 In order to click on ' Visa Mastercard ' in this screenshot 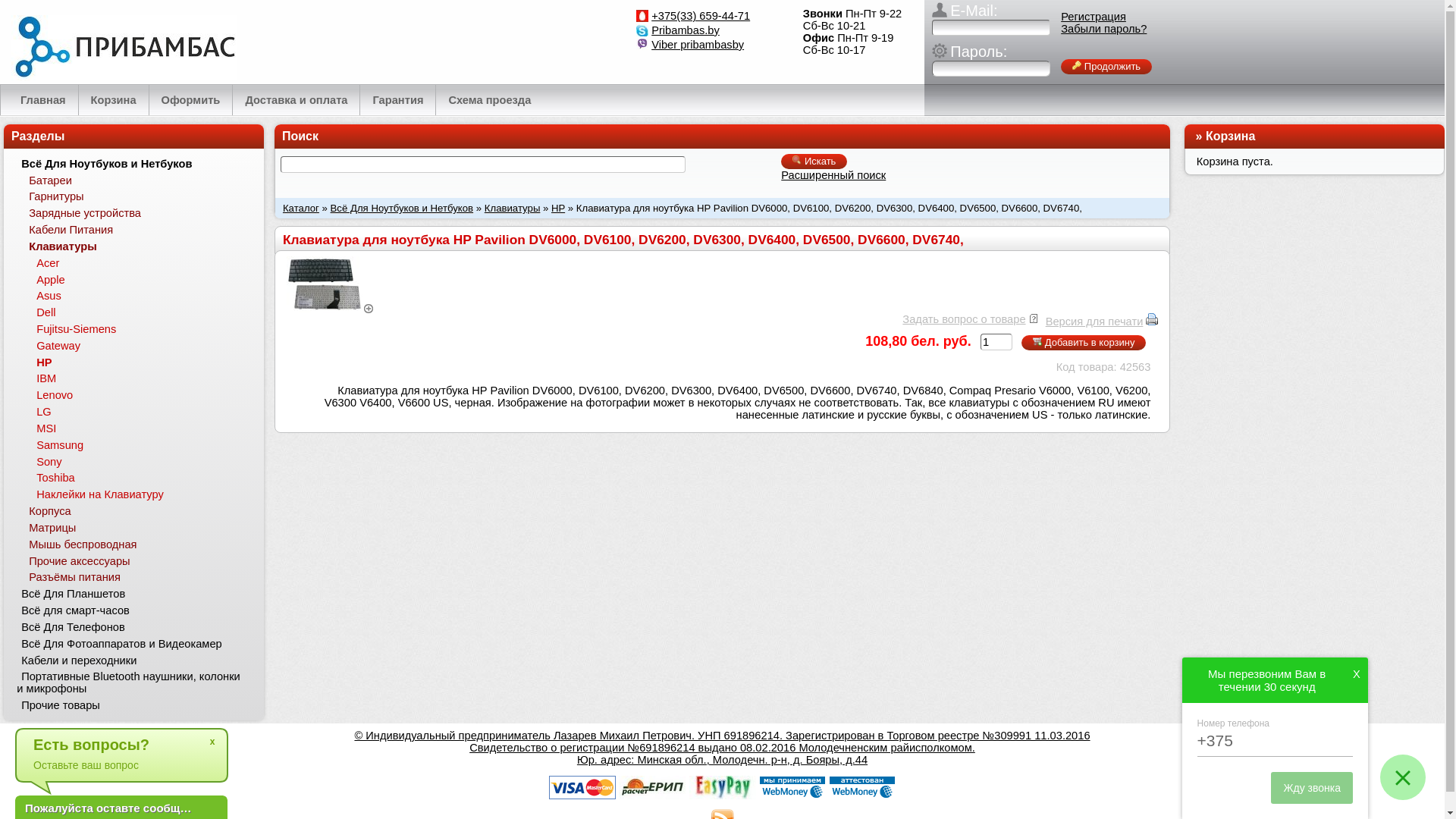, I will do `click(582, 786)`.